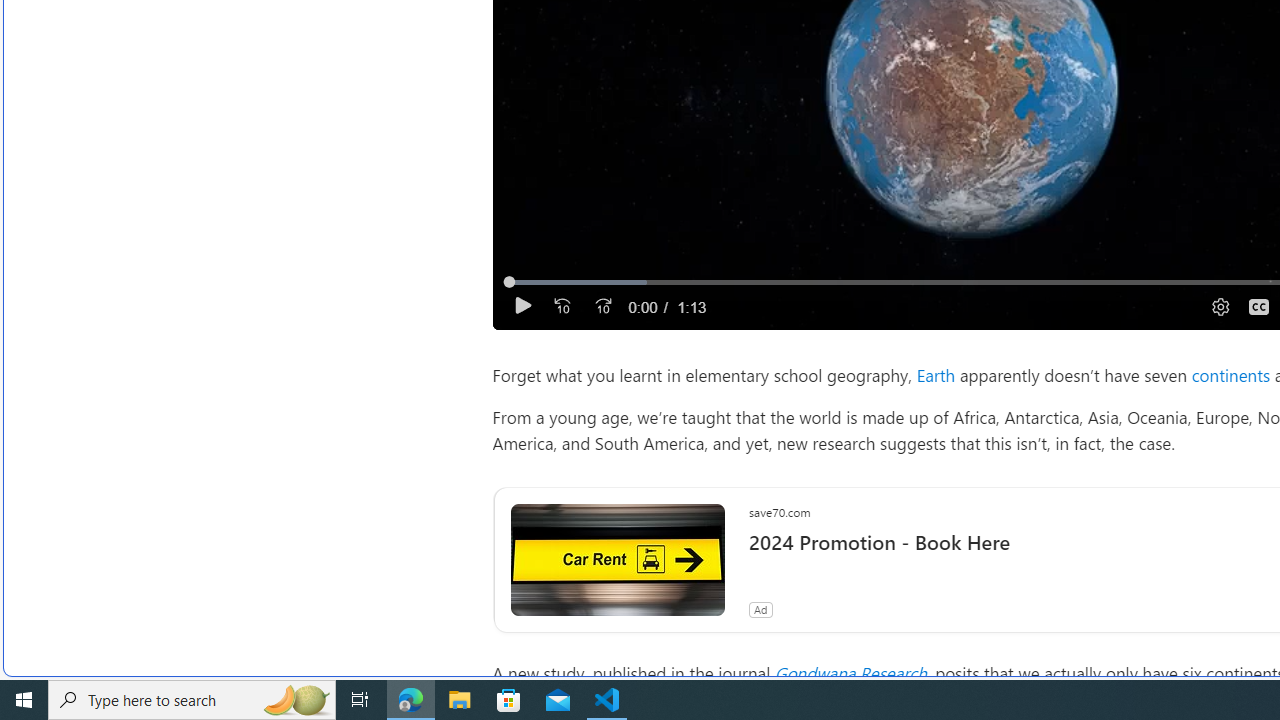  I want to click on 'Seek Back', so click(560, 306).